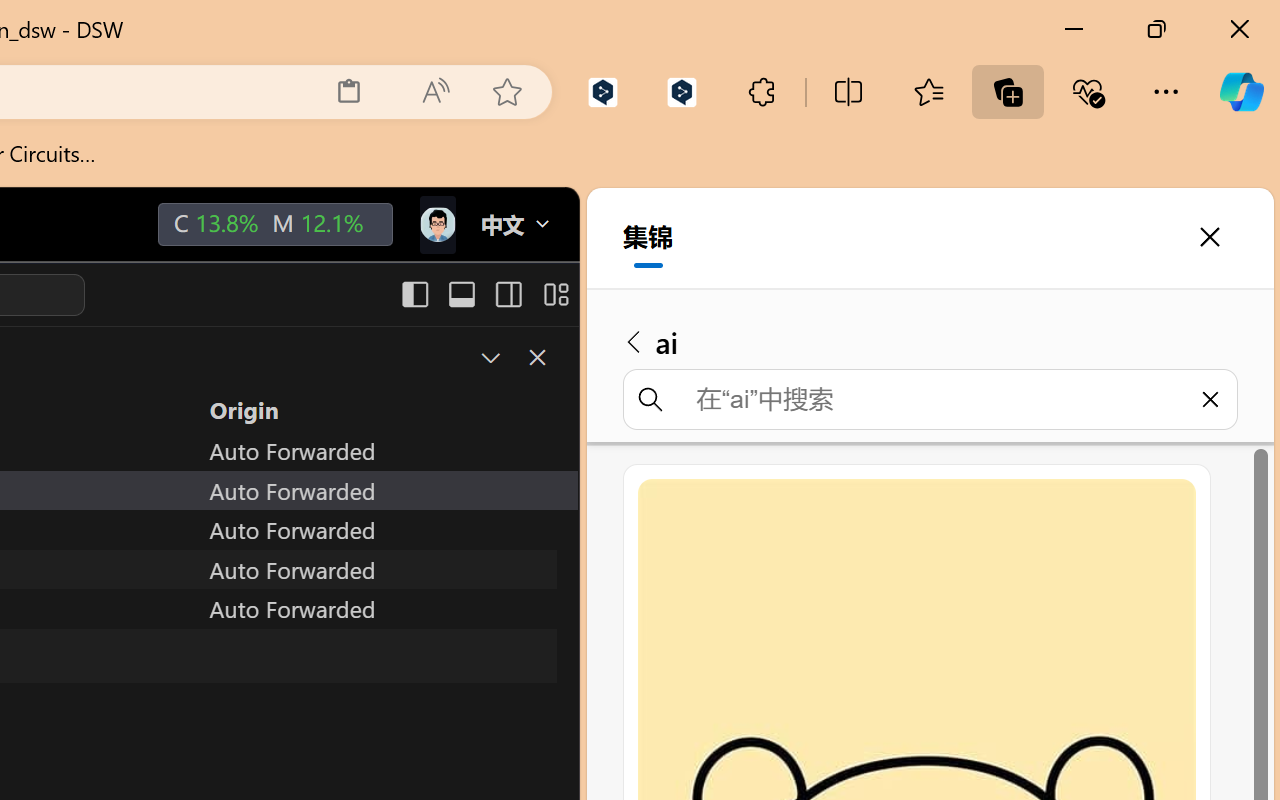 Image resolution: width=1280 pixels, height=800 pixels. Describe the element at coordinates (1240, 91) in the screenshot. I see `'Copilot (Ctrl+Shift+.)'` at that location.